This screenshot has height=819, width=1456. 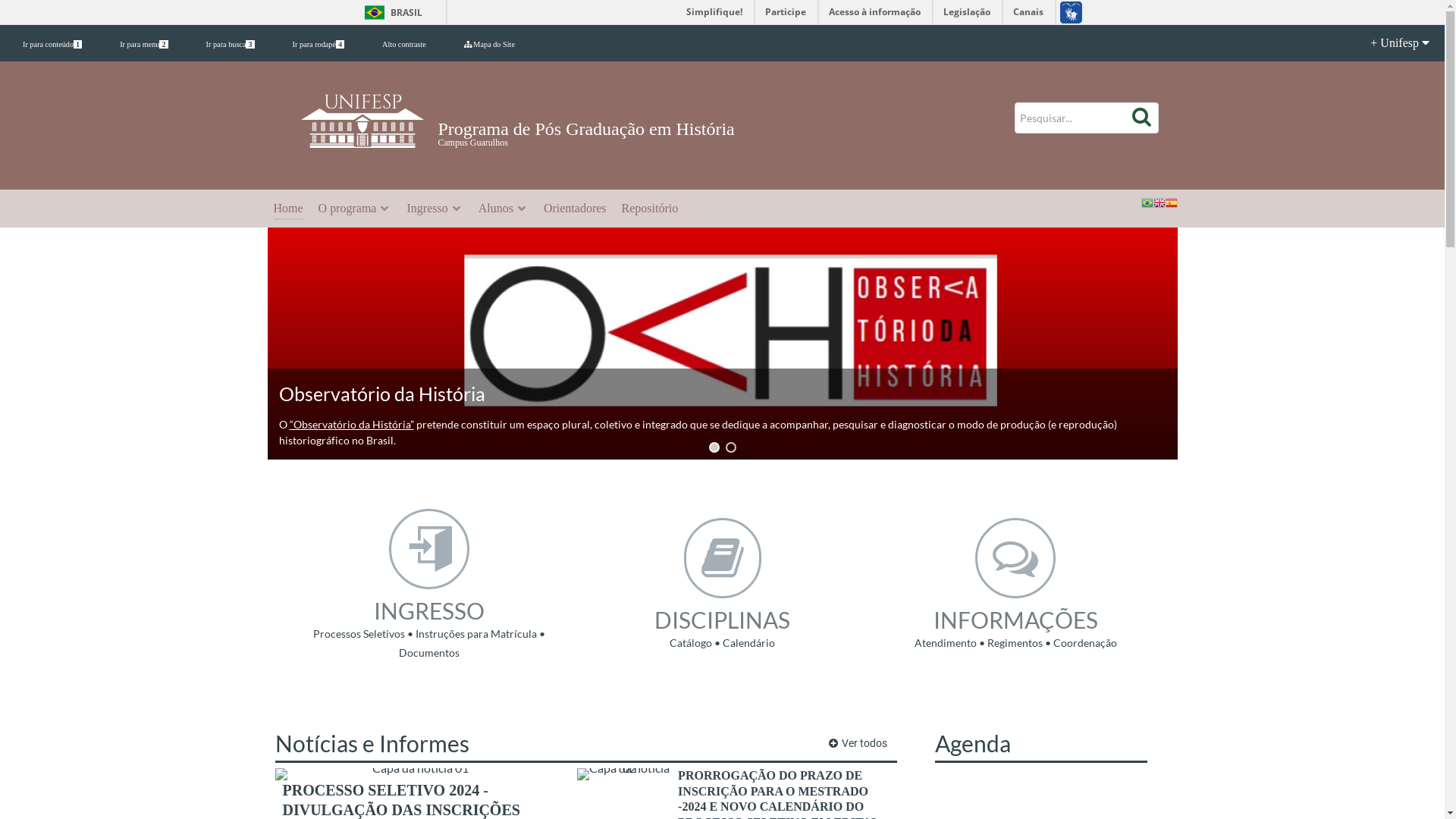 What do you see at coordinates (858, 742) in the screenshot?
I see `'Ver todos'` at bounding box center [858, 742].